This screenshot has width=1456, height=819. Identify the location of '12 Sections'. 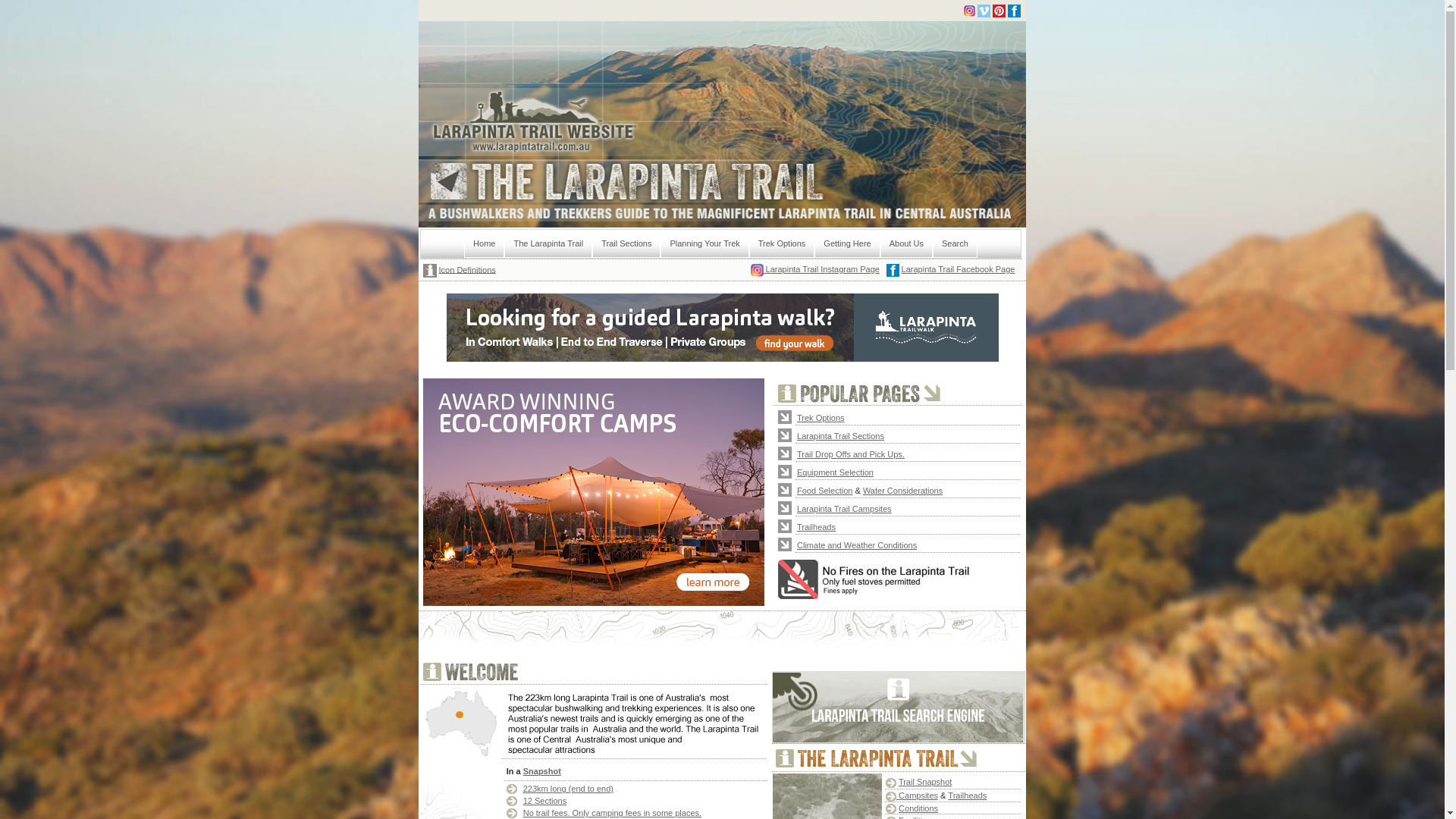
(544, 800).